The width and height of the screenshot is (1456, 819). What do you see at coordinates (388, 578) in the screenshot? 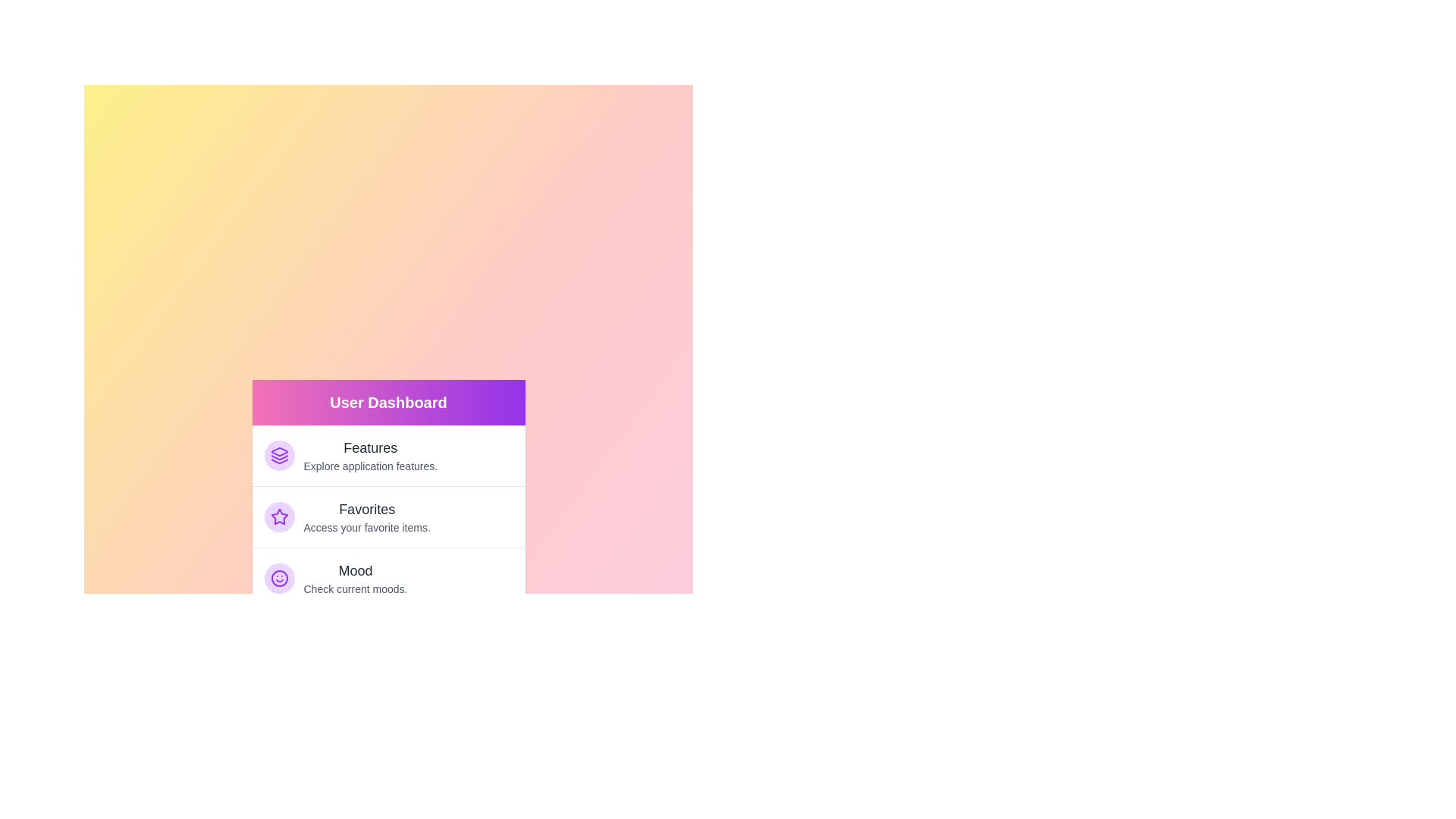
I see `the menu item labeled Mood to navigate to its associated feature` at bounding box center [388, 578].